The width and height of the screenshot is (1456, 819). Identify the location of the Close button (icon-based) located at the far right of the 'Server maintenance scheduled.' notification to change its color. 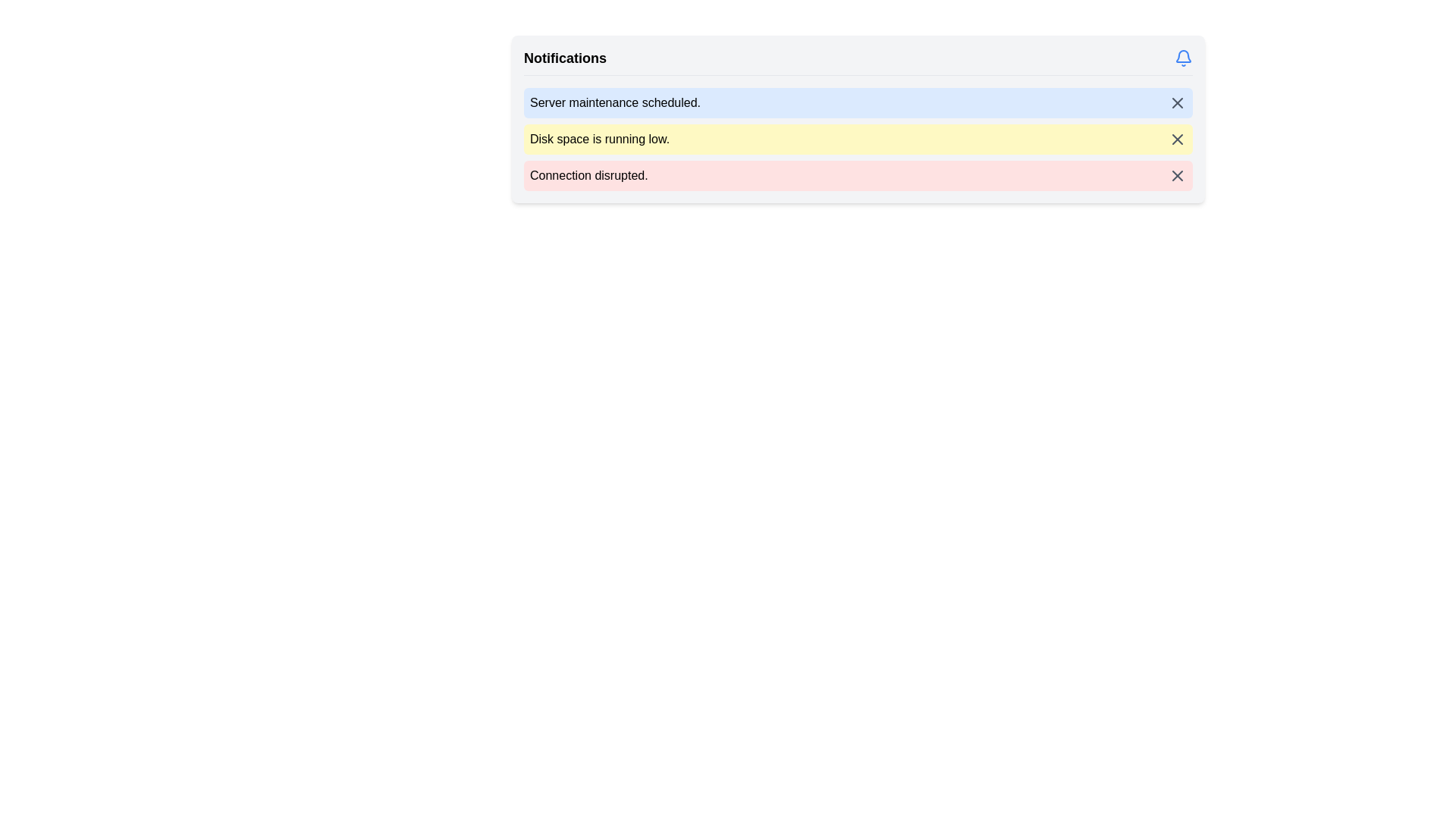
(1177, 102).